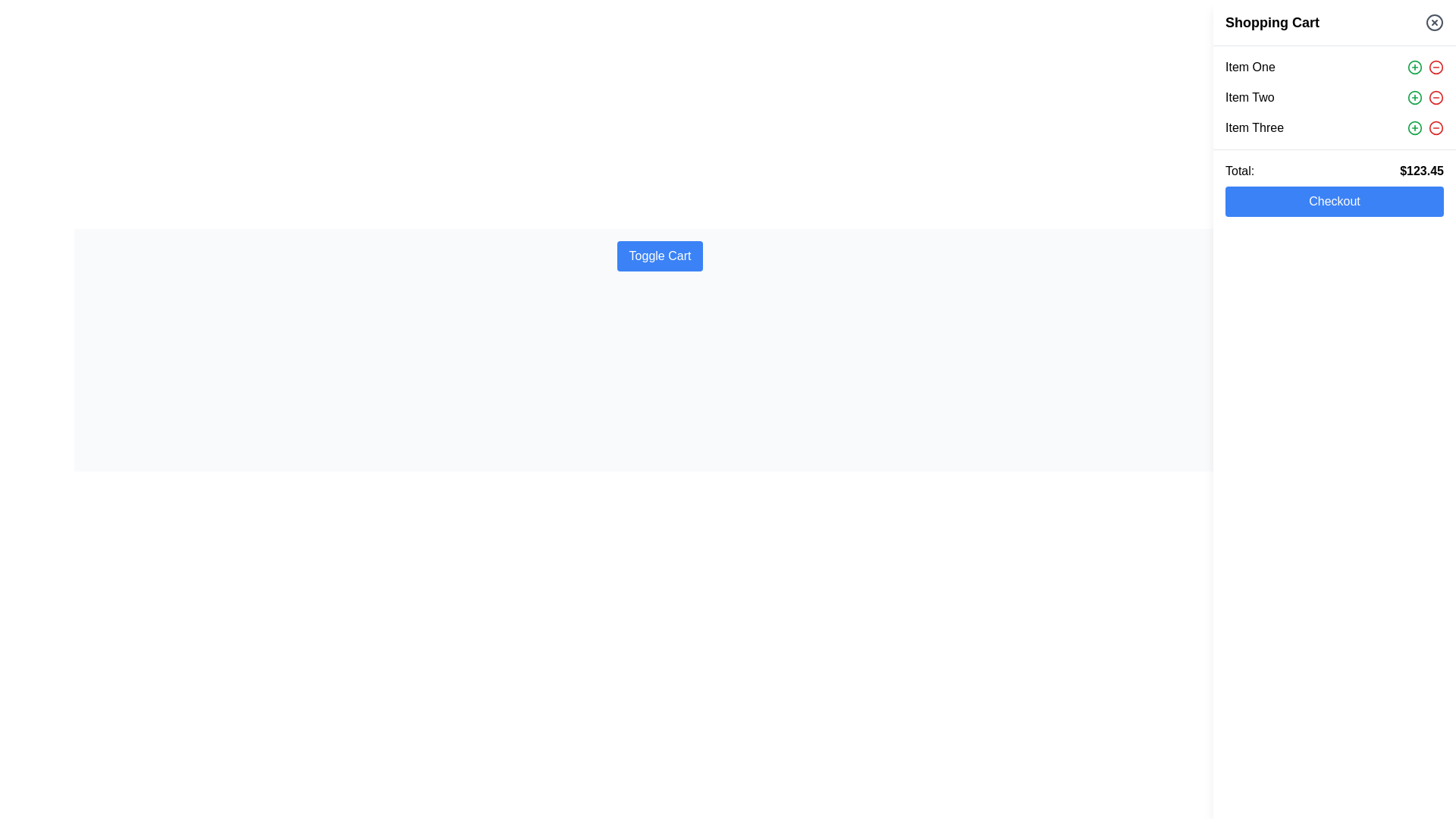 The width and height of the screenshot is (1456, 819). Describe the element at coordinates (1425, 127) in the screenshot. I see `the green '+' button in the interactive buttons group associated with 'Item Three' in the shopping cart interface to increase the quantity` at that location.